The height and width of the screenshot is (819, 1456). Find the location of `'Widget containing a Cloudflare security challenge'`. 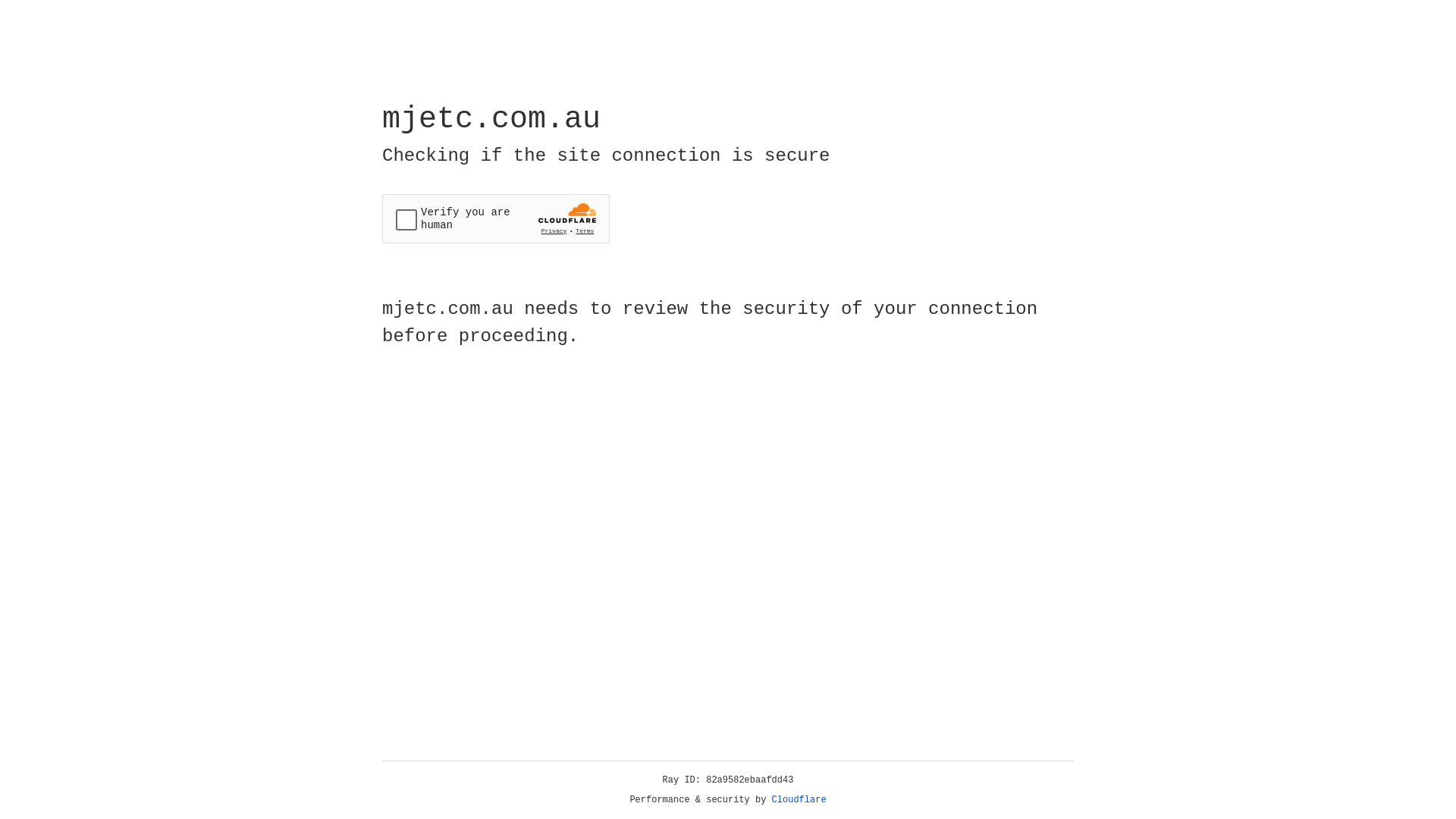

'Widget containing a Cloudflare security challenge' is located at coordinates (495, 218).